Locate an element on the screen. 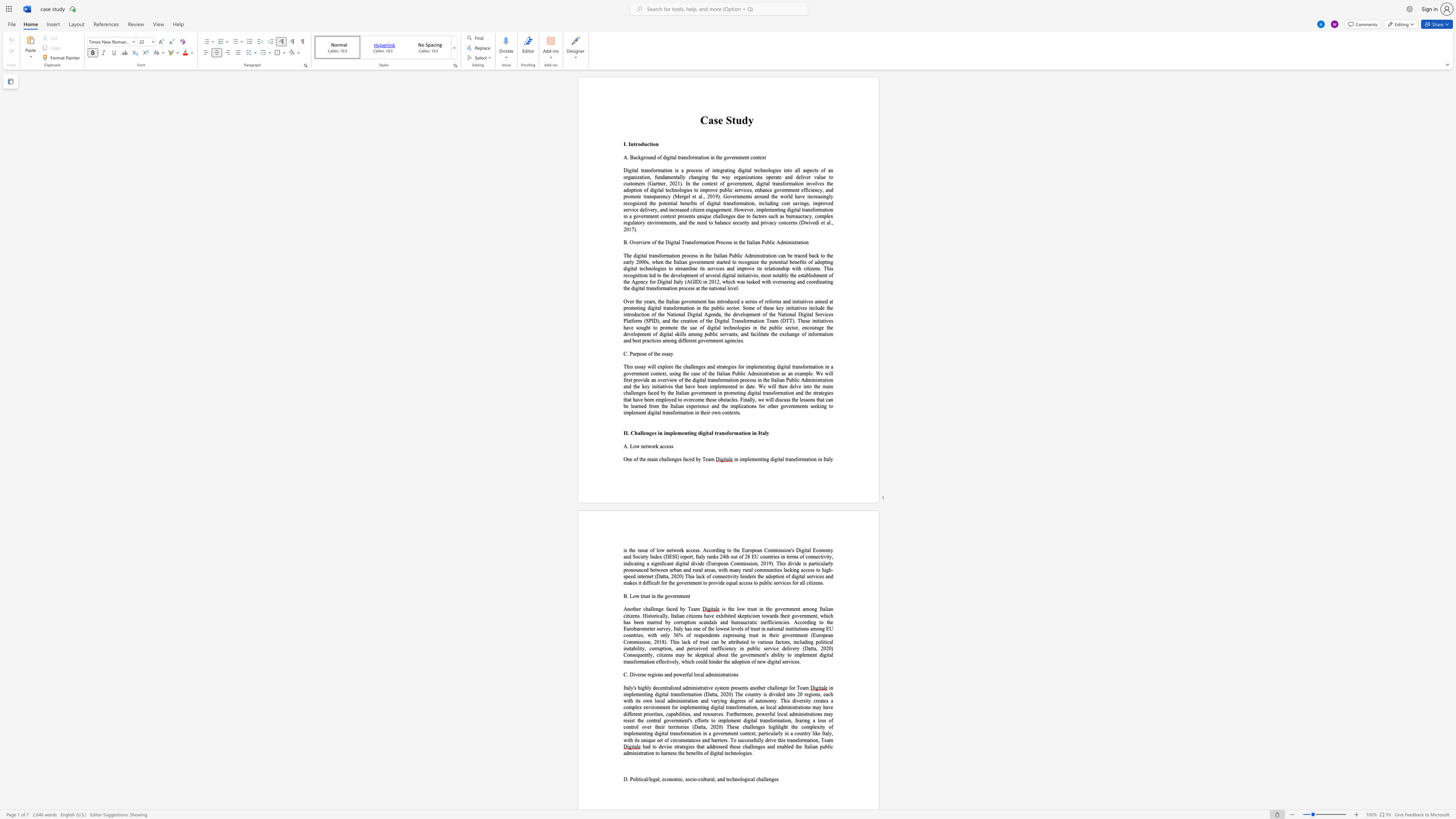 This screenshot has width=1456, height=819. the subset text "ed to" within the text "tributed to" is located at coordinates (743, 641).